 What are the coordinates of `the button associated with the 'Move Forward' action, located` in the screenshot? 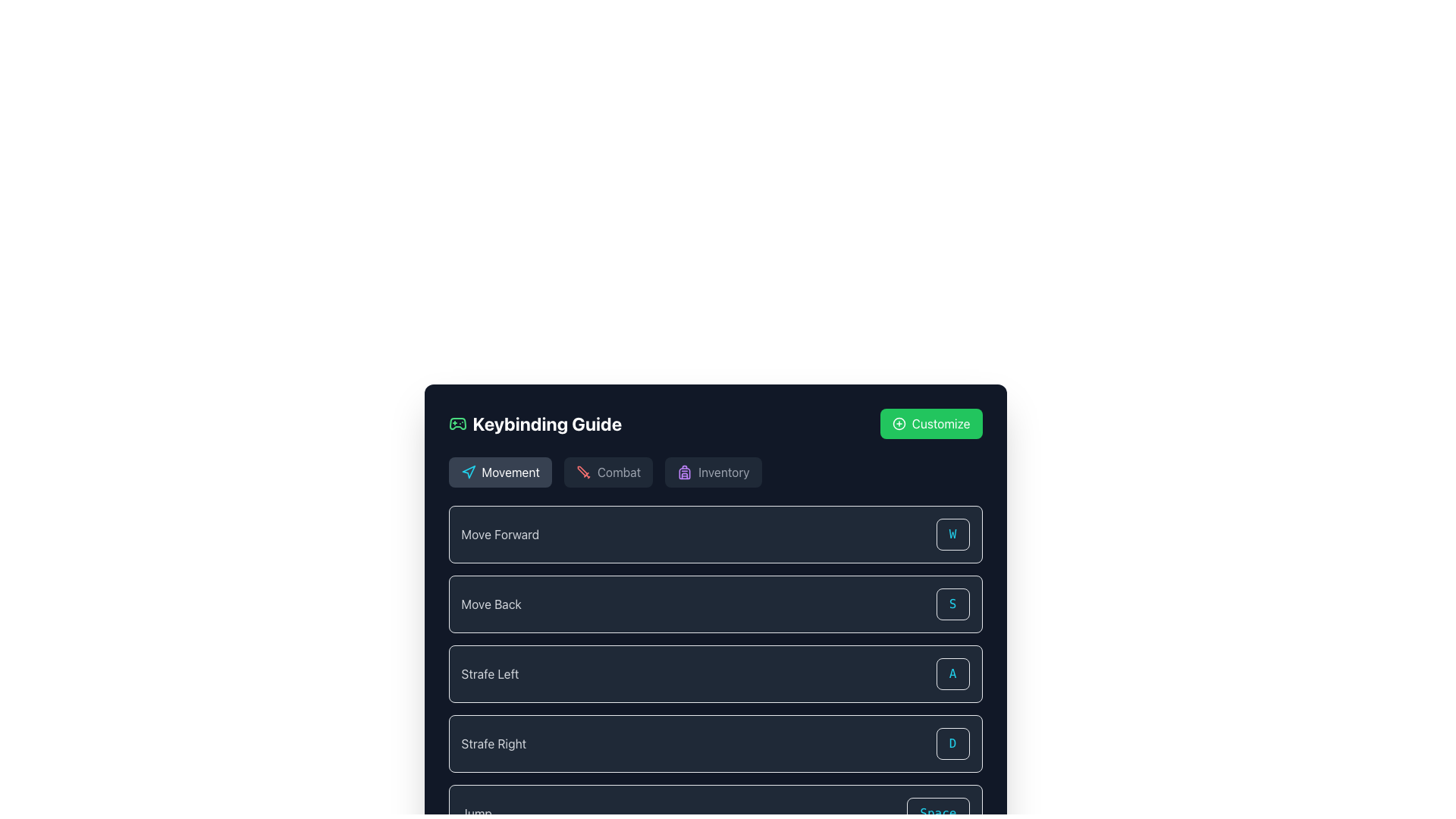 It's located at (952, 534).